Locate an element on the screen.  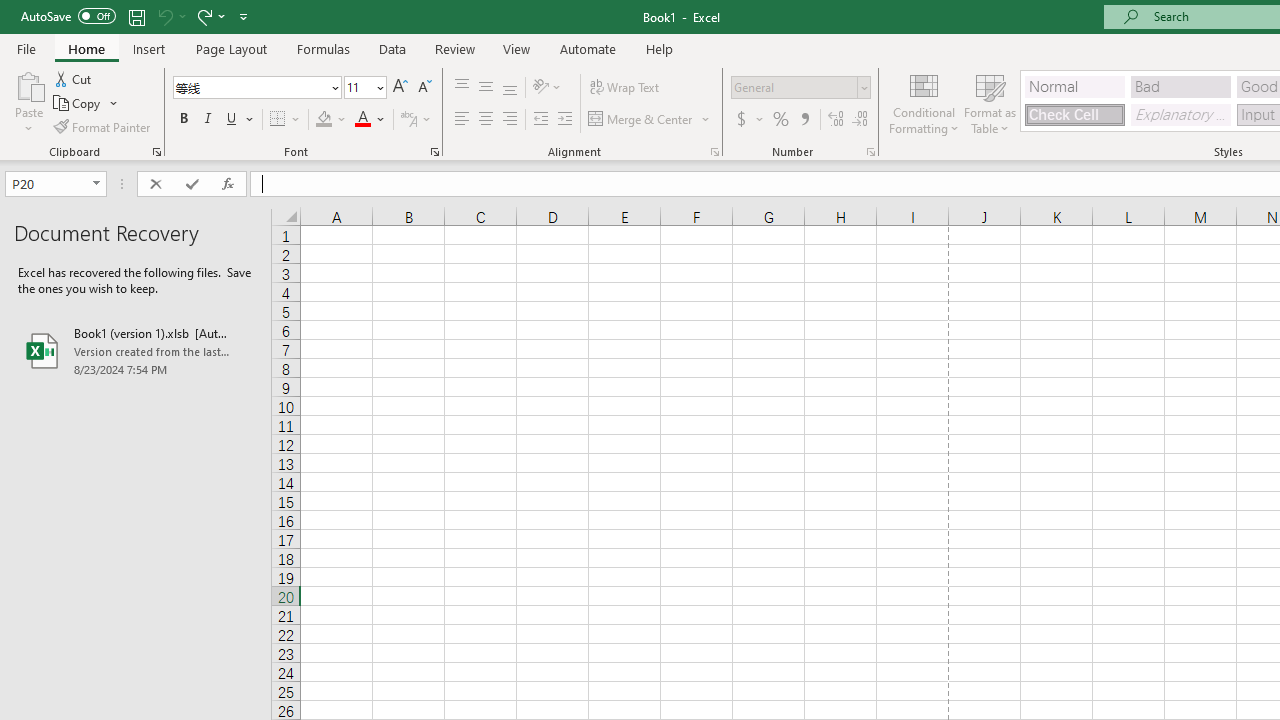
'Paste' is located at coordinates (28, 103).